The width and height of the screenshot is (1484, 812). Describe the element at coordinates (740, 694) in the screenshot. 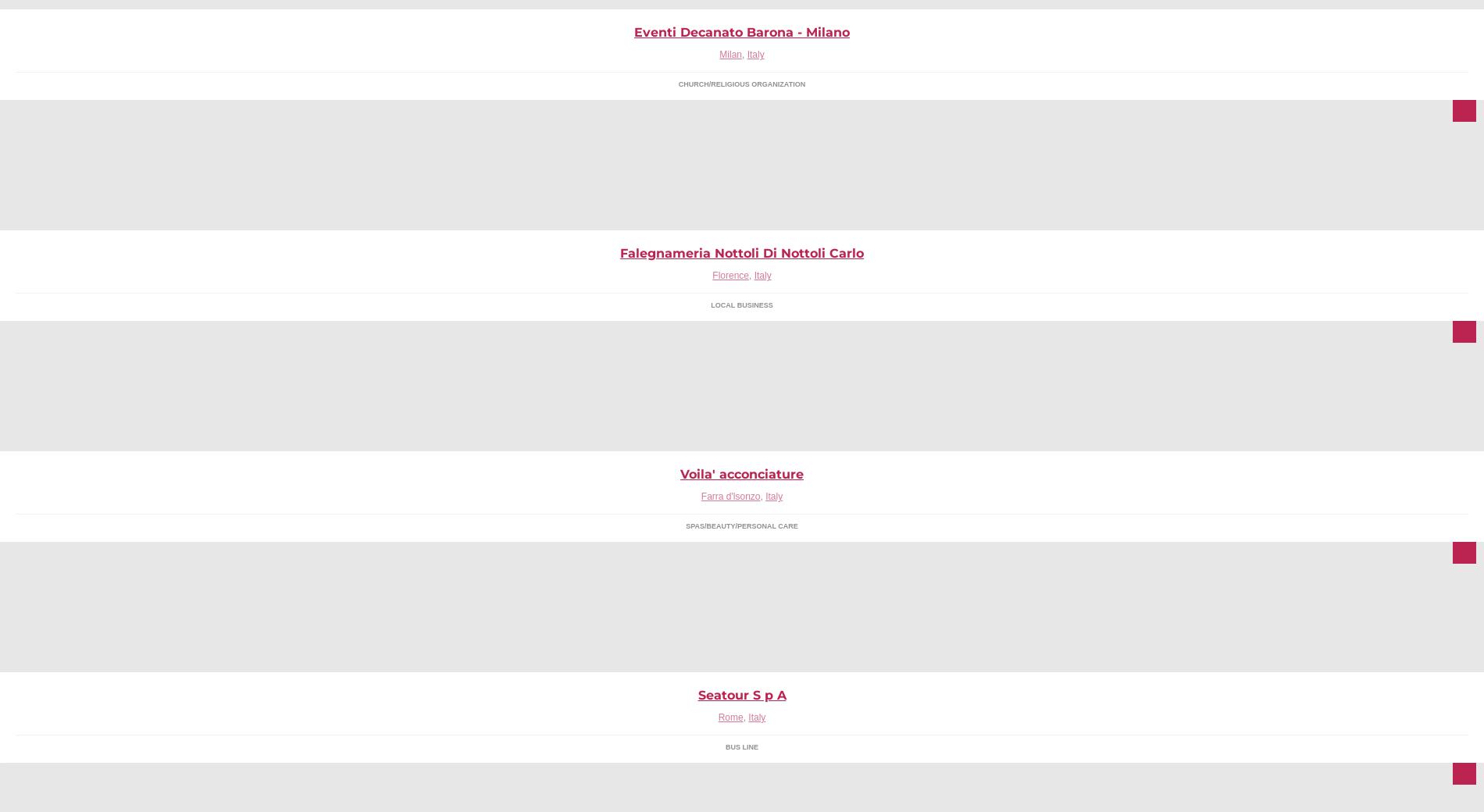

I see `'Seatour S p A'` at that location.